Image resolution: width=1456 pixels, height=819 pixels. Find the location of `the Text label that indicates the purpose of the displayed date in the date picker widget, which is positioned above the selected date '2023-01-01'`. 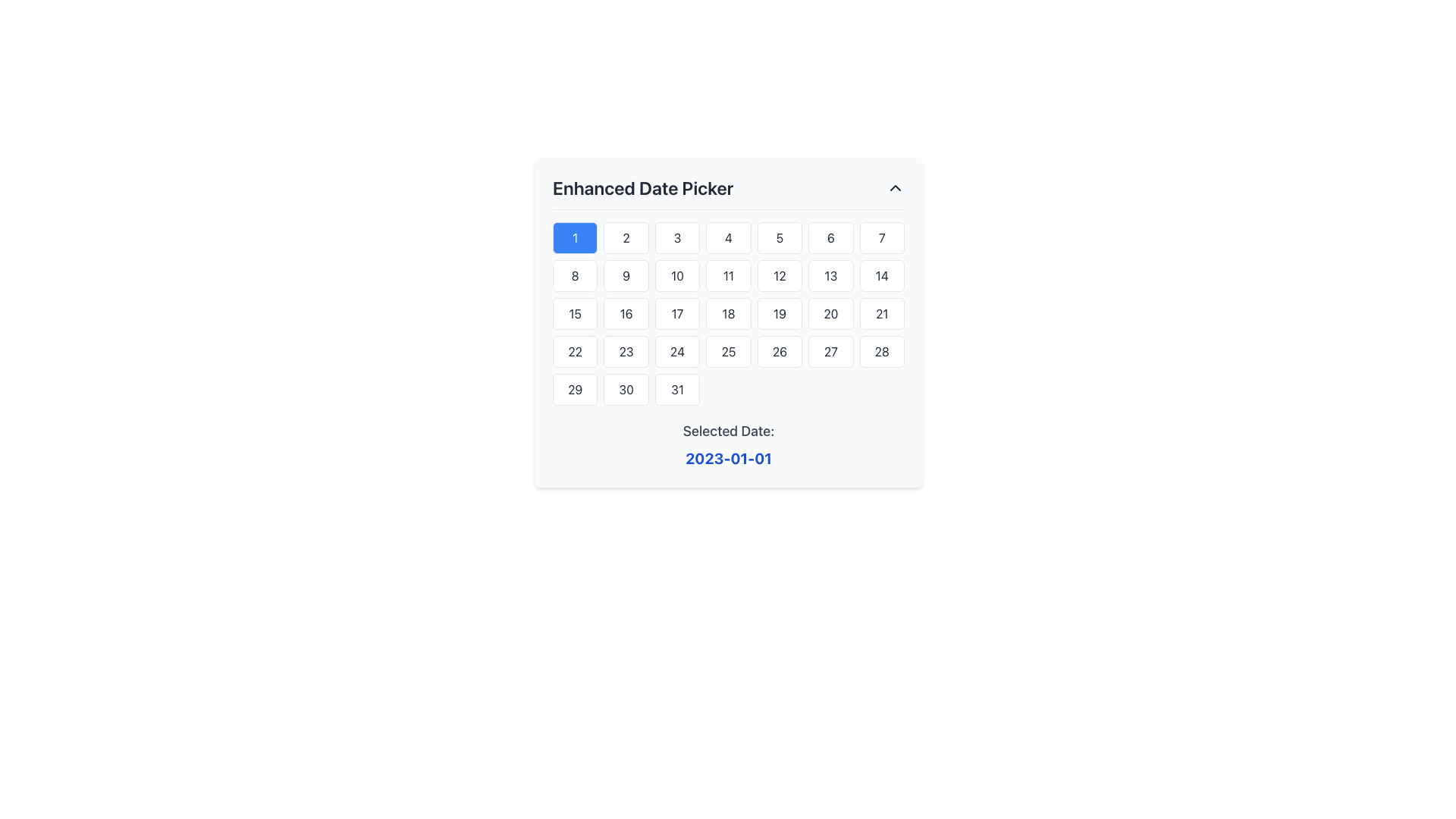

the Text label that indicates the purpose of the displayed date in the date picker widget, which is positioned above the selected date '2023-01-01' is located at coordinates (728, 431).